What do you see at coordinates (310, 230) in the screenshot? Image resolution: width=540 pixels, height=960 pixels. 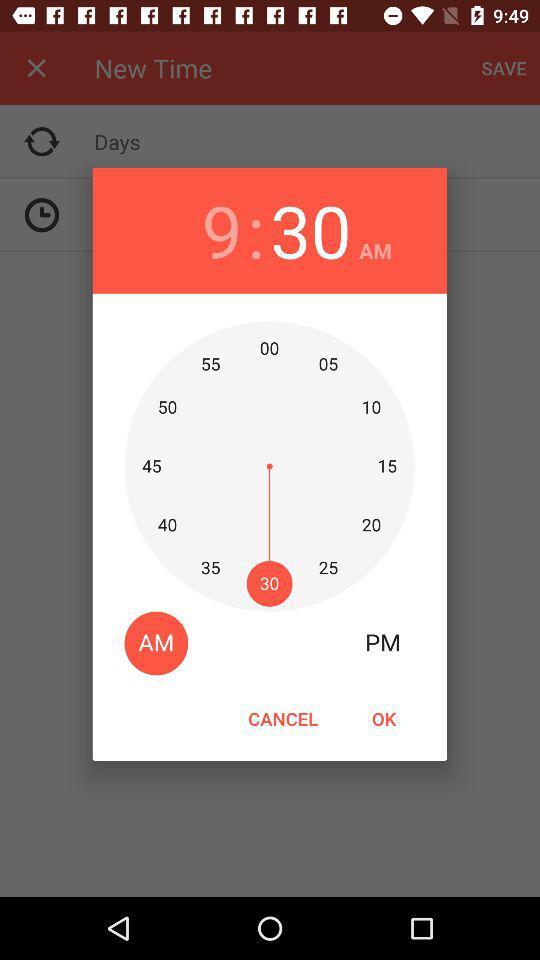 I see `the item to the right of the : icon` at bounding box center [310, 230].